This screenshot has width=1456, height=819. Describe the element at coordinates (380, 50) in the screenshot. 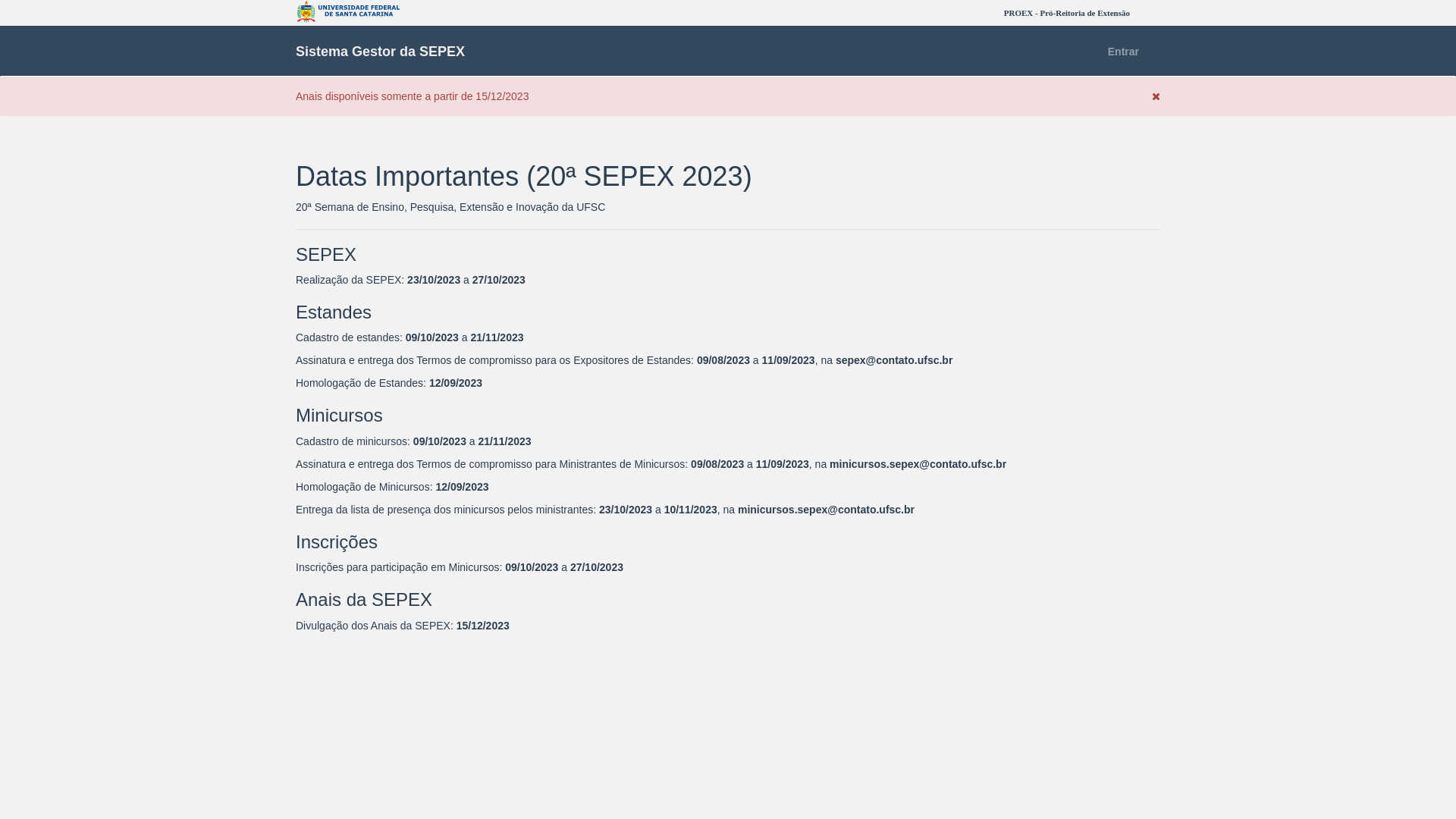

I see `'Sistema Gestor da SEPEX'` at that location.